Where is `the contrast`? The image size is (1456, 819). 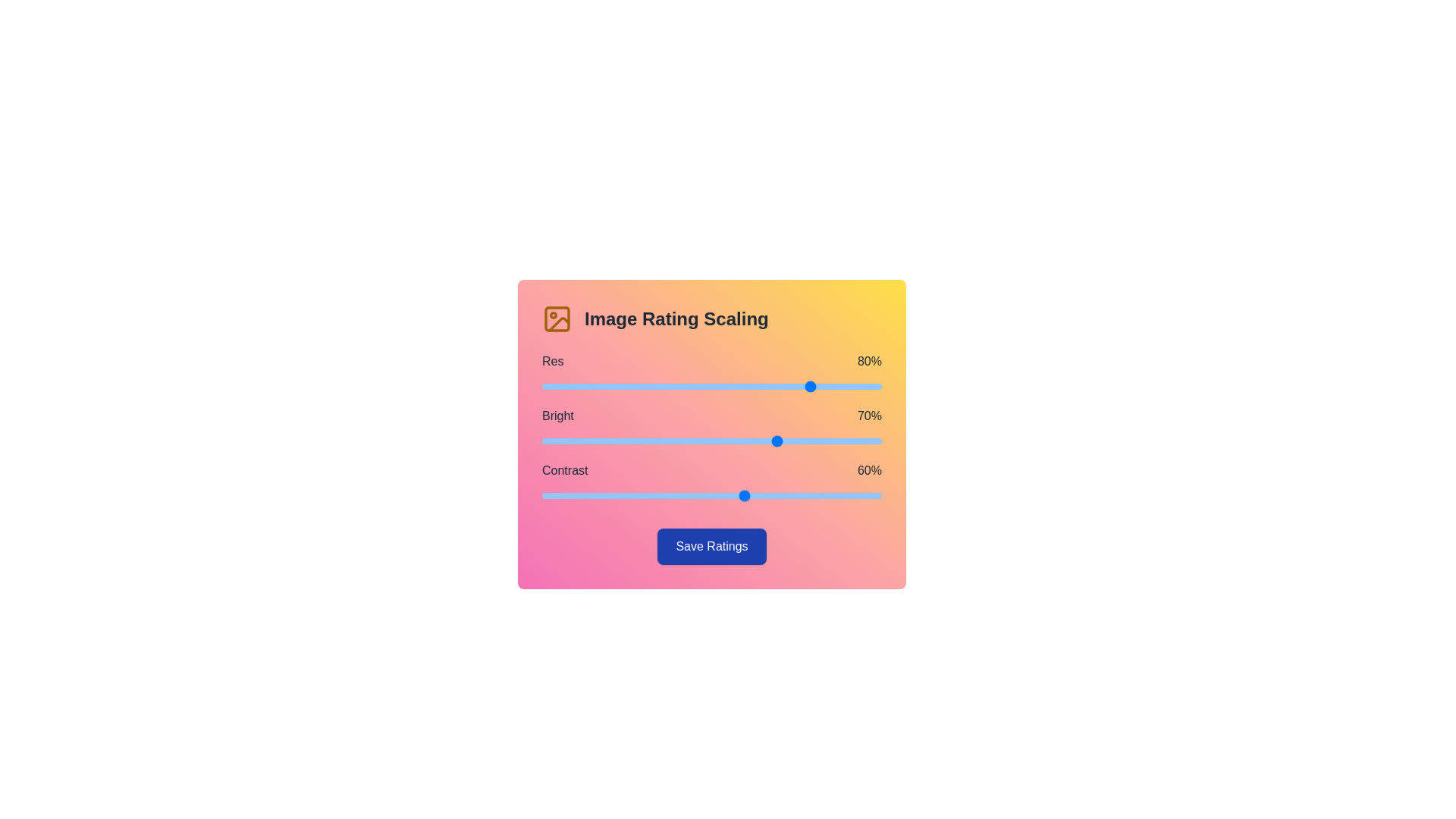 the contrast is located at coordinates (610, 496).